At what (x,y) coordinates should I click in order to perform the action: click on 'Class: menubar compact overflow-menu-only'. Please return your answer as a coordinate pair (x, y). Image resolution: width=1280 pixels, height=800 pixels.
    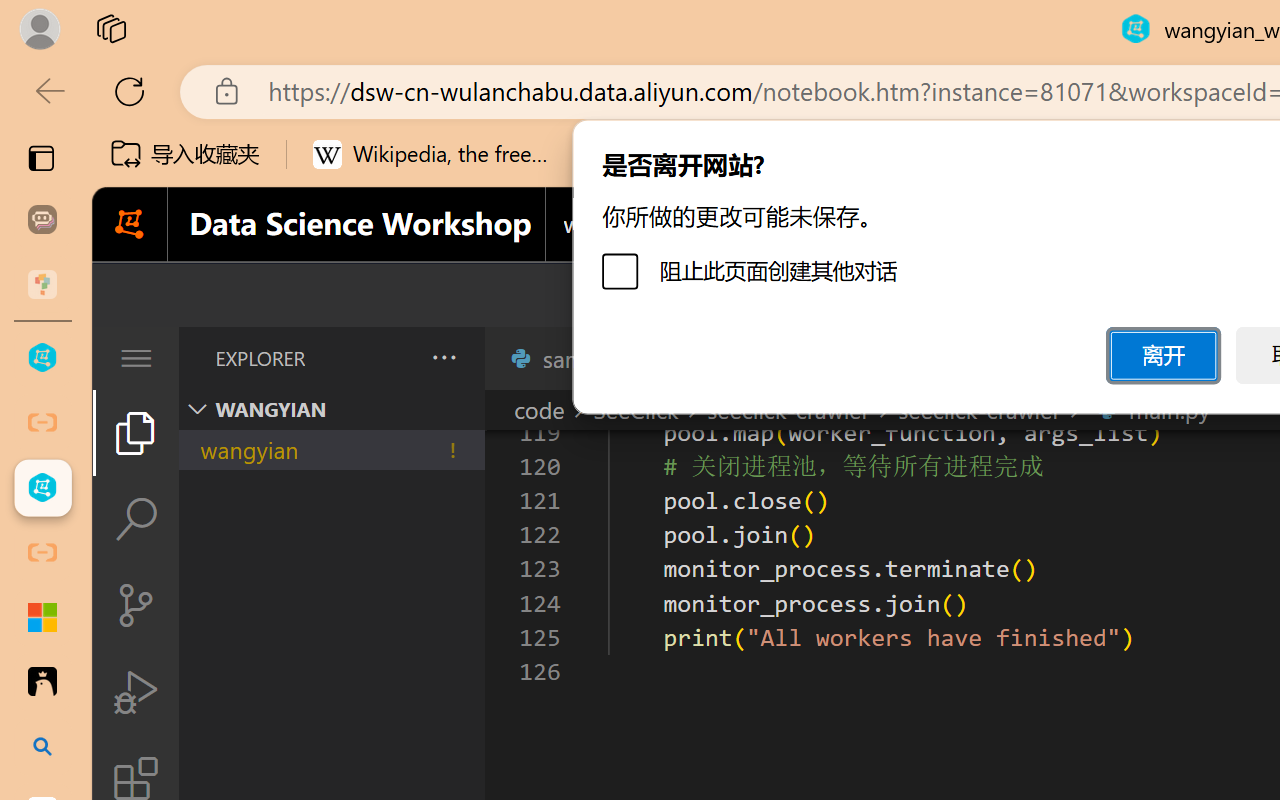
    Looking at the image, I should click on (134, 358).